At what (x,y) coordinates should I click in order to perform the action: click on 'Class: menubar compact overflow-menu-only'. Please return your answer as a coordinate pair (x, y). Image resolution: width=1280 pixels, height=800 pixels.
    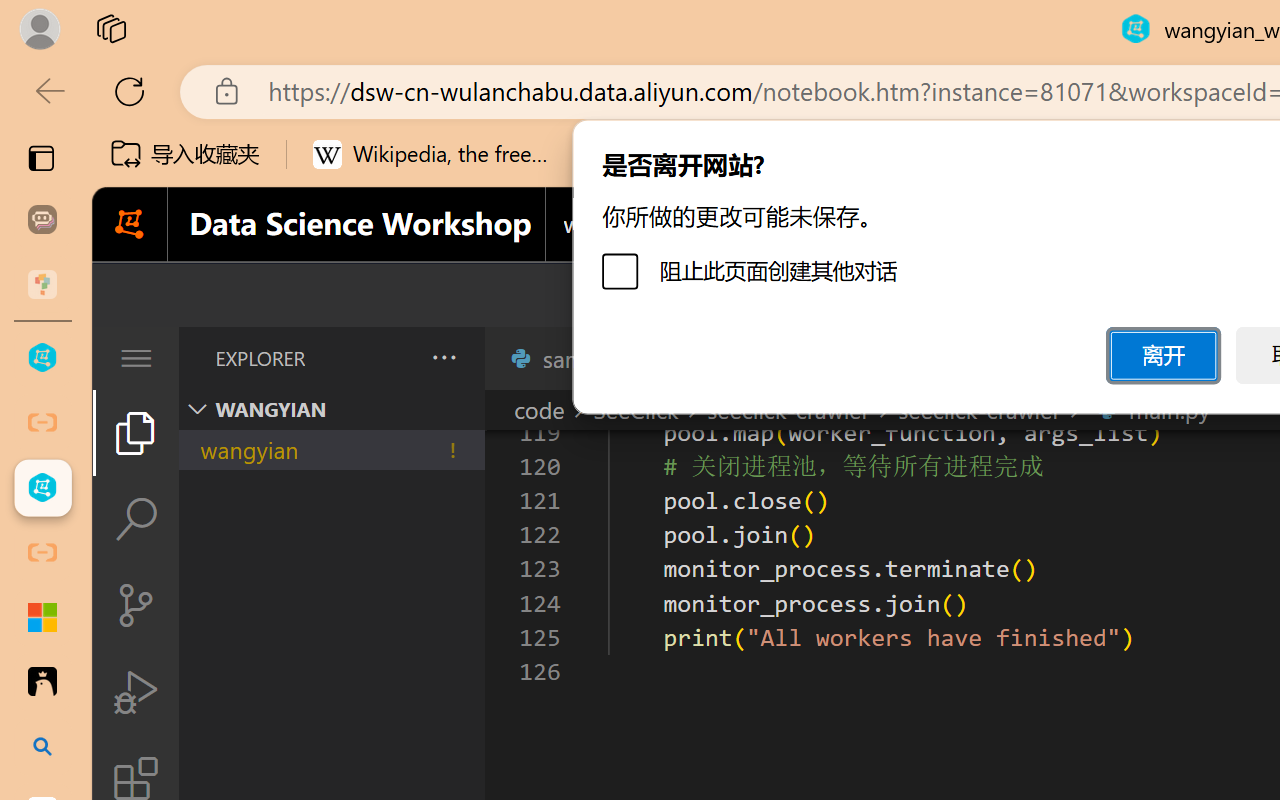
    Looking at the image, I should click on (134, 358).